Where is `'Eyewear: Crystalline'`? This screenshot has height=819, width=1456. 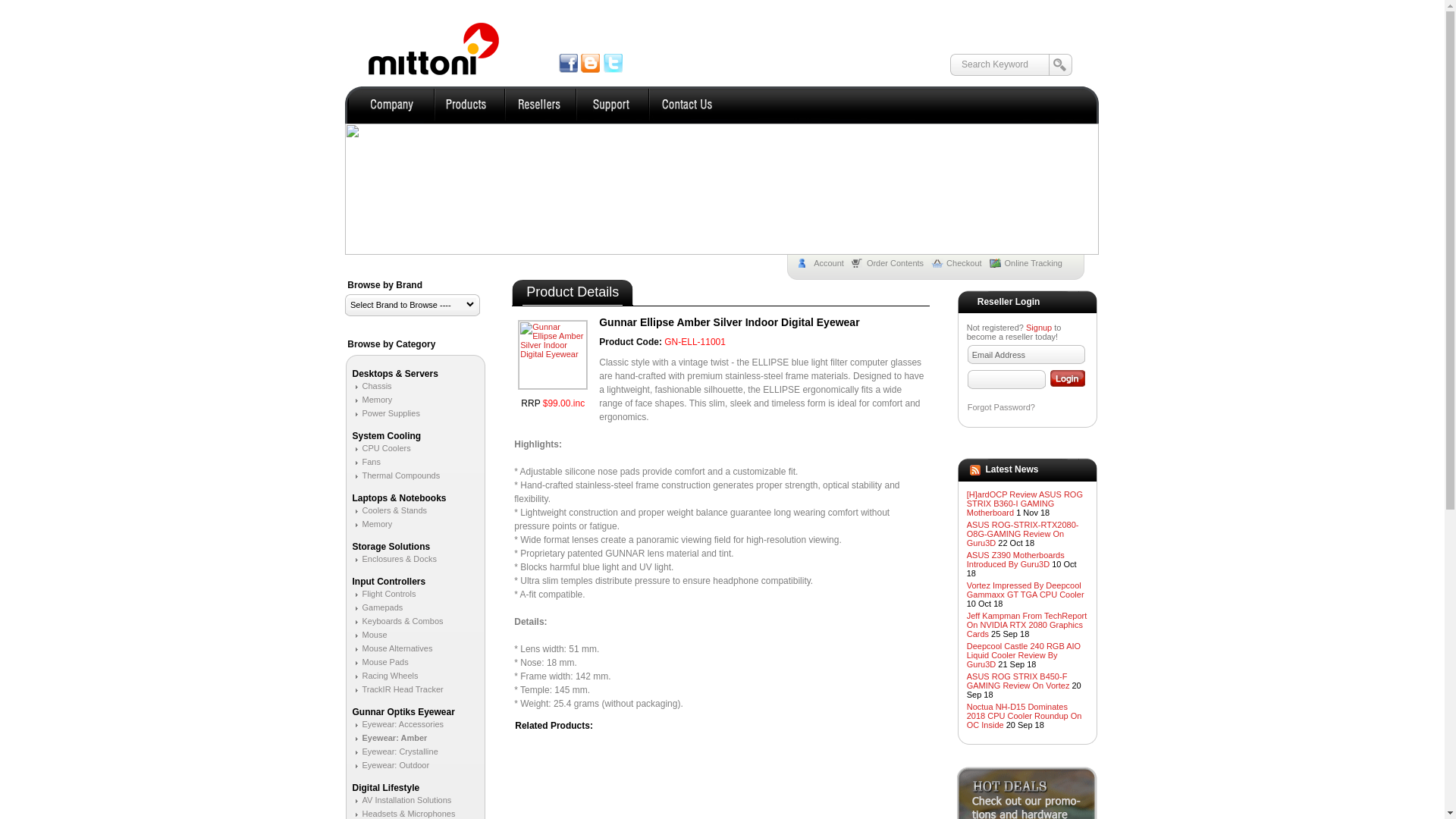 'Eyewear: Crystalline' is located at coordinates (394, 752).